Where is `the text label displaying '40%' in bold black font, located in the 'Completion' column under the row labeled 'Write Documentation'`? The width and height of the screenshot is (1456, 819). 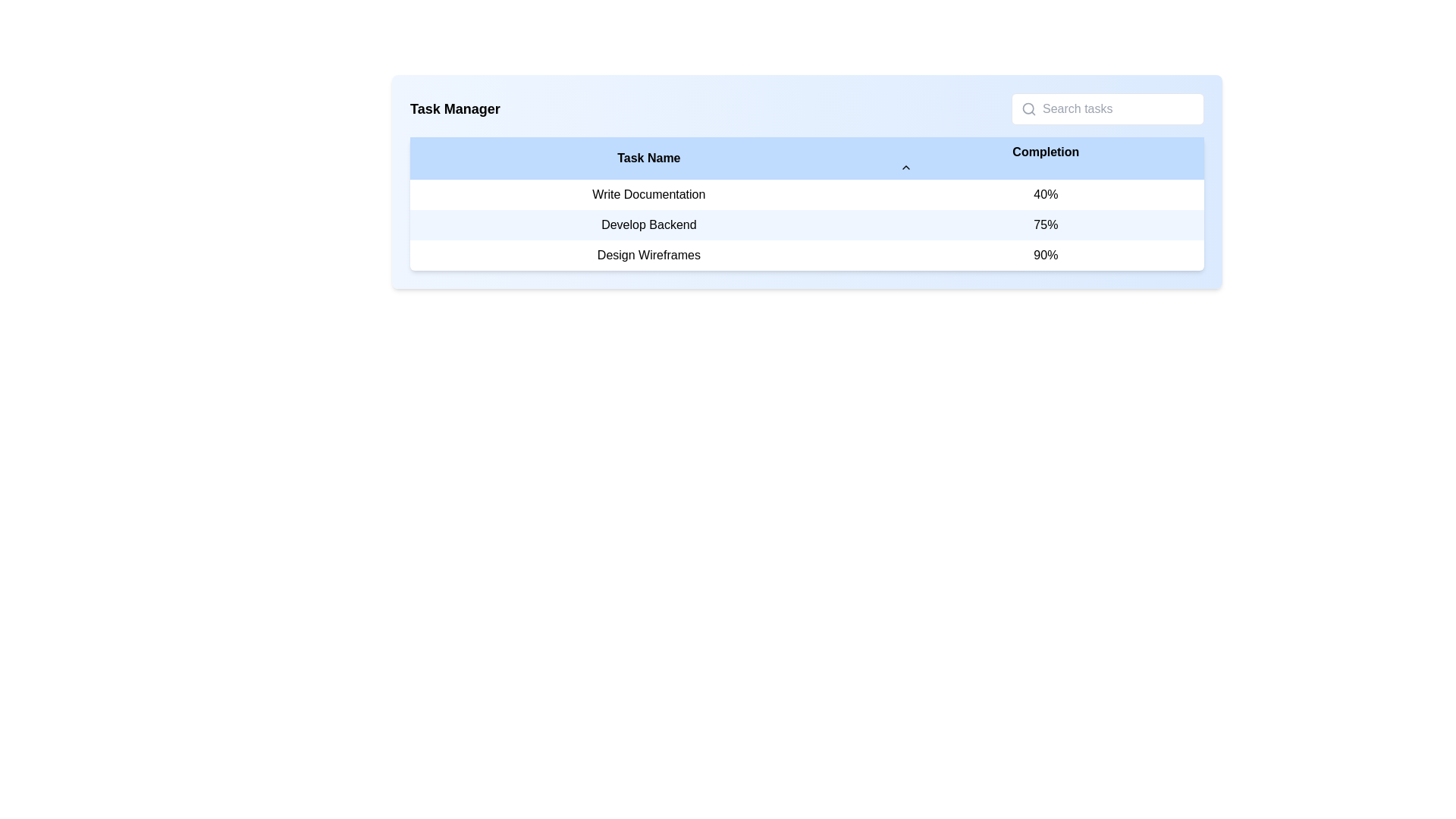
the text label displaying '40%' in bold black font, located in the 'Completion' column under the row labeled 'Write Documentation' is located at coordinates (1045, 194).